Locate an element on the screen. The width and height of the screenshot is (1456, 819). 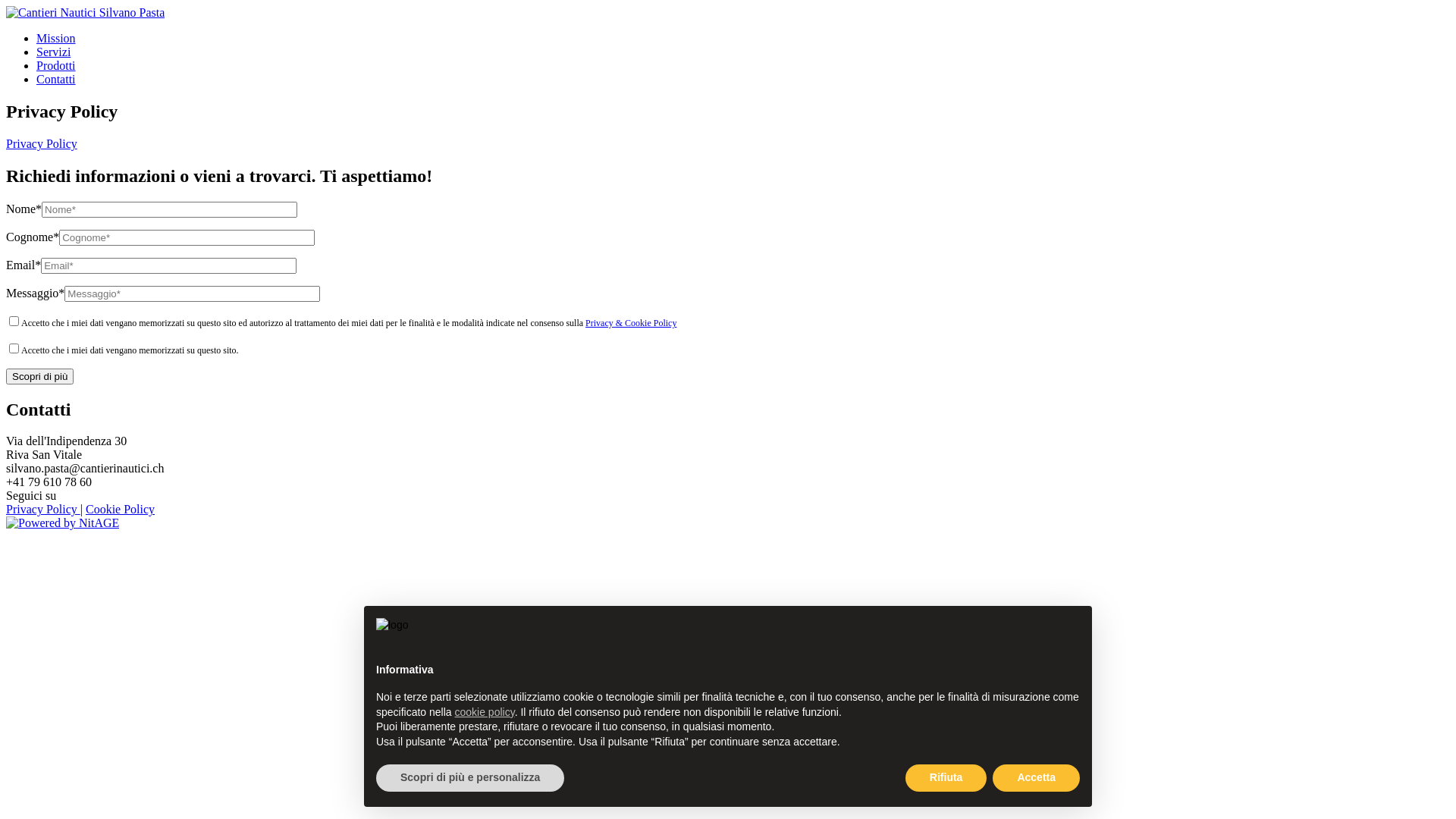
'Servizi' is located at coordinates (36, 51).